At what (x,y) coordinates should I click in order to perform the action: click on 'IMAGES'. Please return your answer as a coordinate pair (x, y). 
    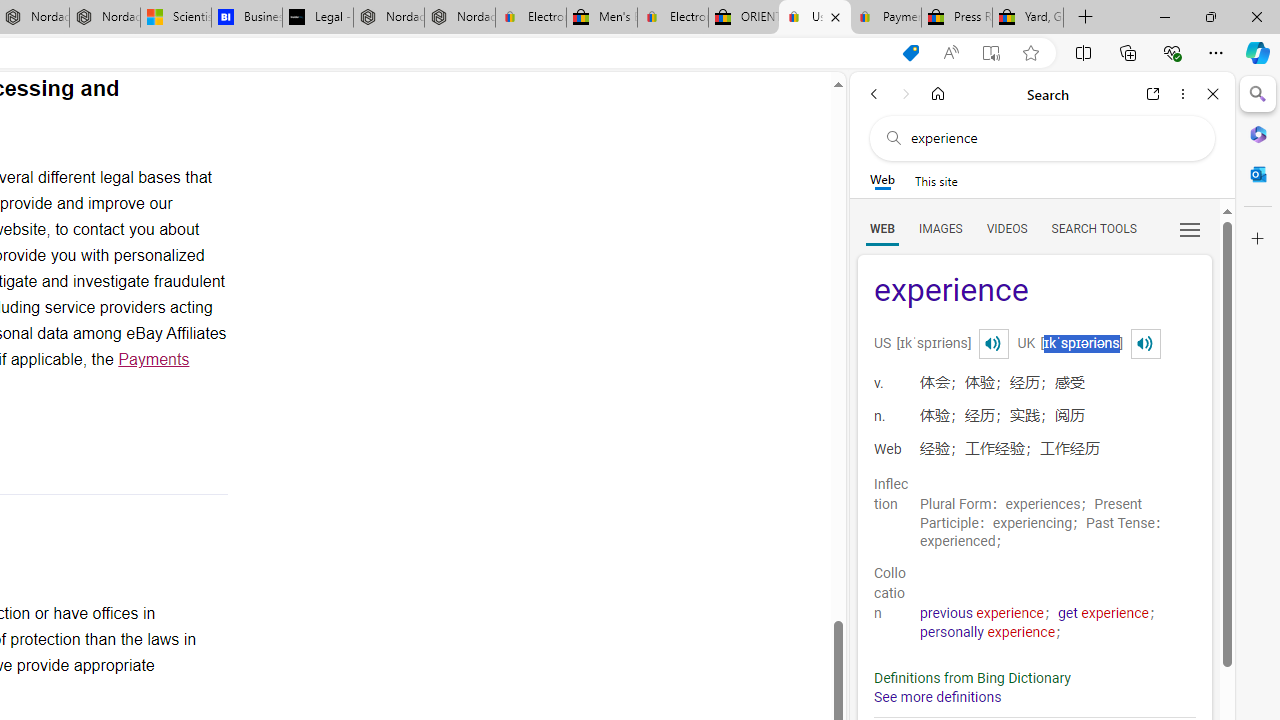
    Looking at the image, I should click on (939, 227).